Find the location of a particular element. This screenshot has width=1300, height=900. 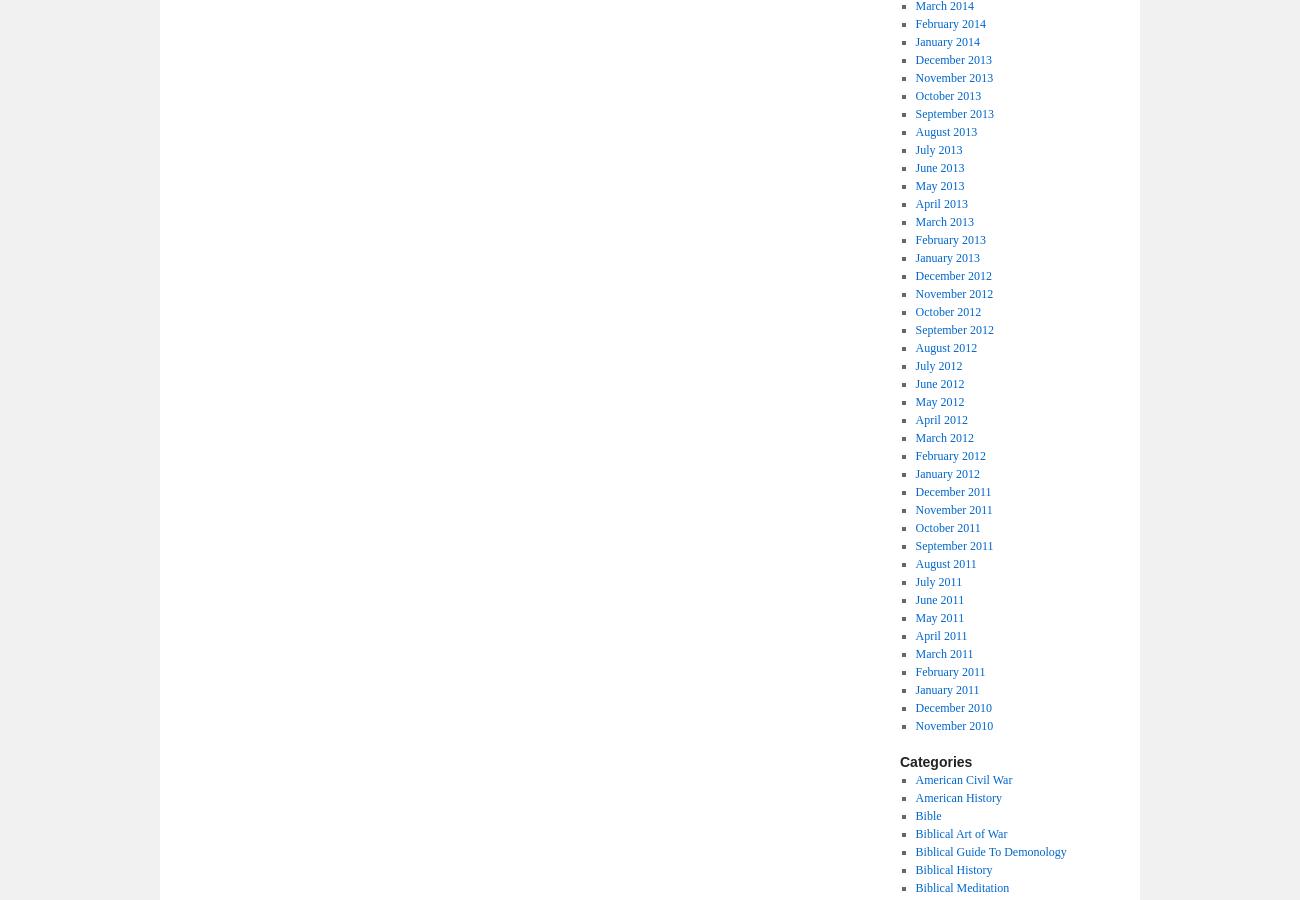

'Biblical Meditation' is located at coordinates (962, 888).